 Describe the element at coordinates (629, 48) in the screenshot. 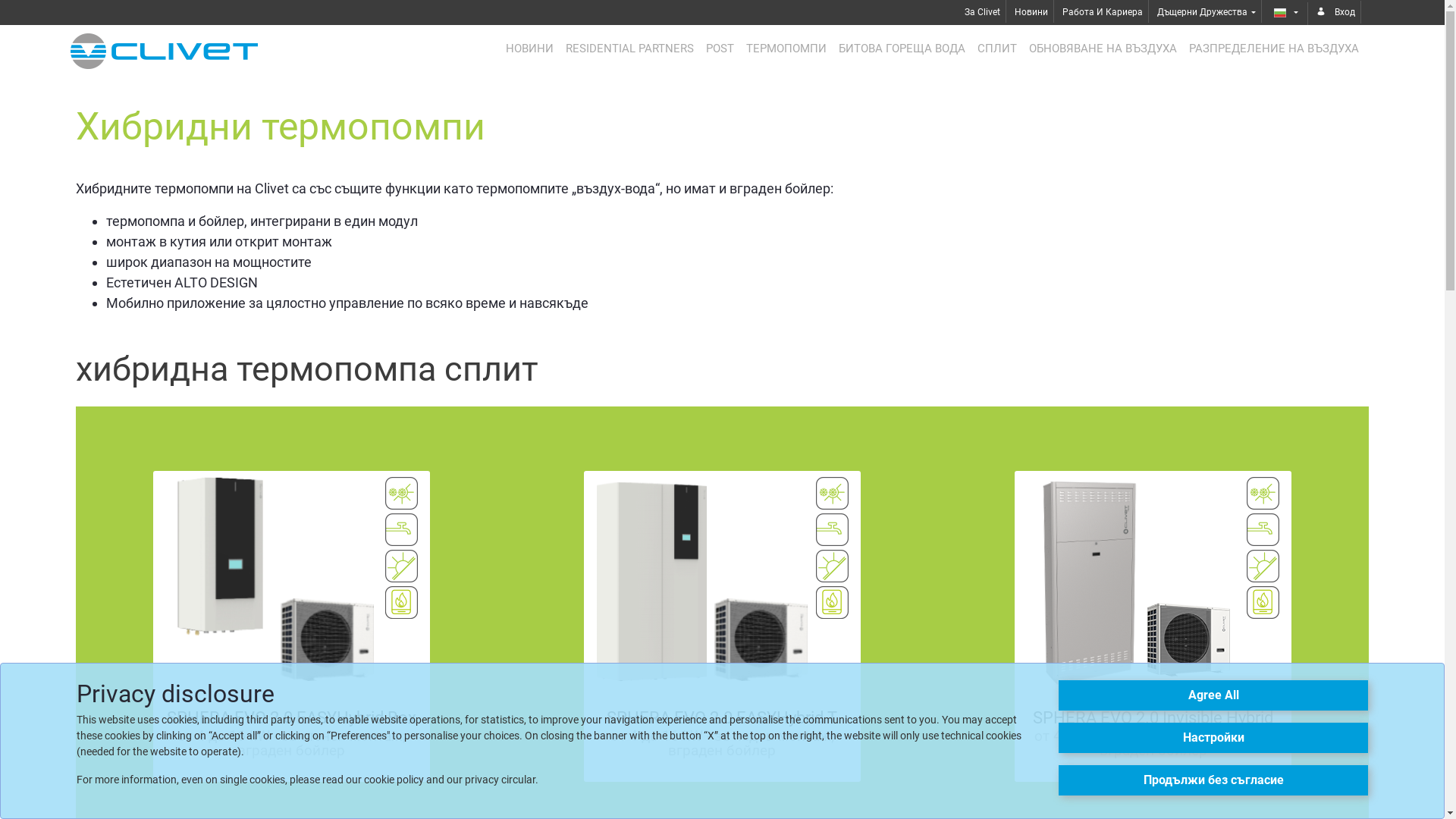

I see `'RESIDENTIAL PARTNERS'` at that location.